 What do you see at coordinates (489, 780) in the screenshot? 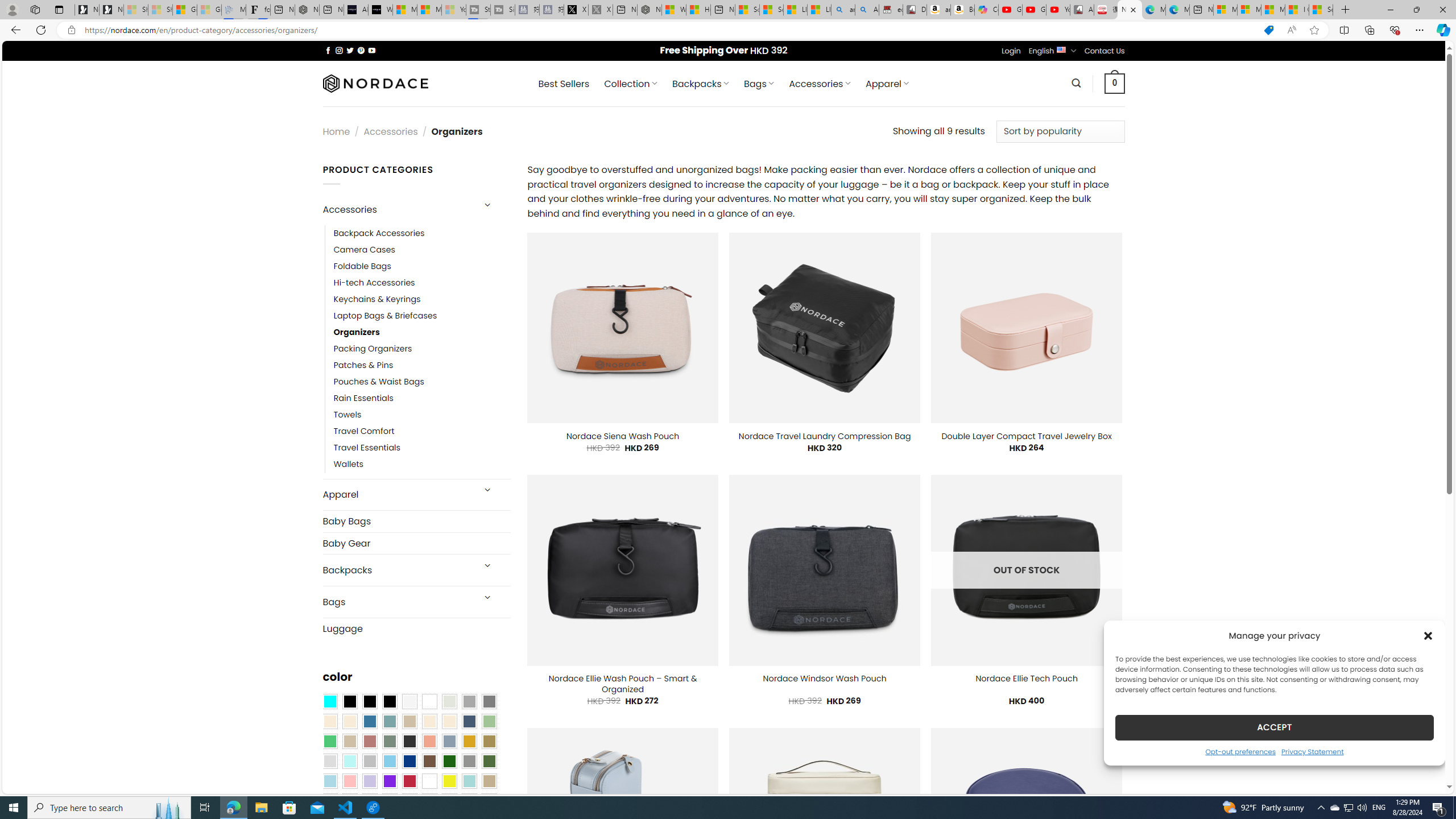
I see `'Khaki'` at bounding box center [489, 780].